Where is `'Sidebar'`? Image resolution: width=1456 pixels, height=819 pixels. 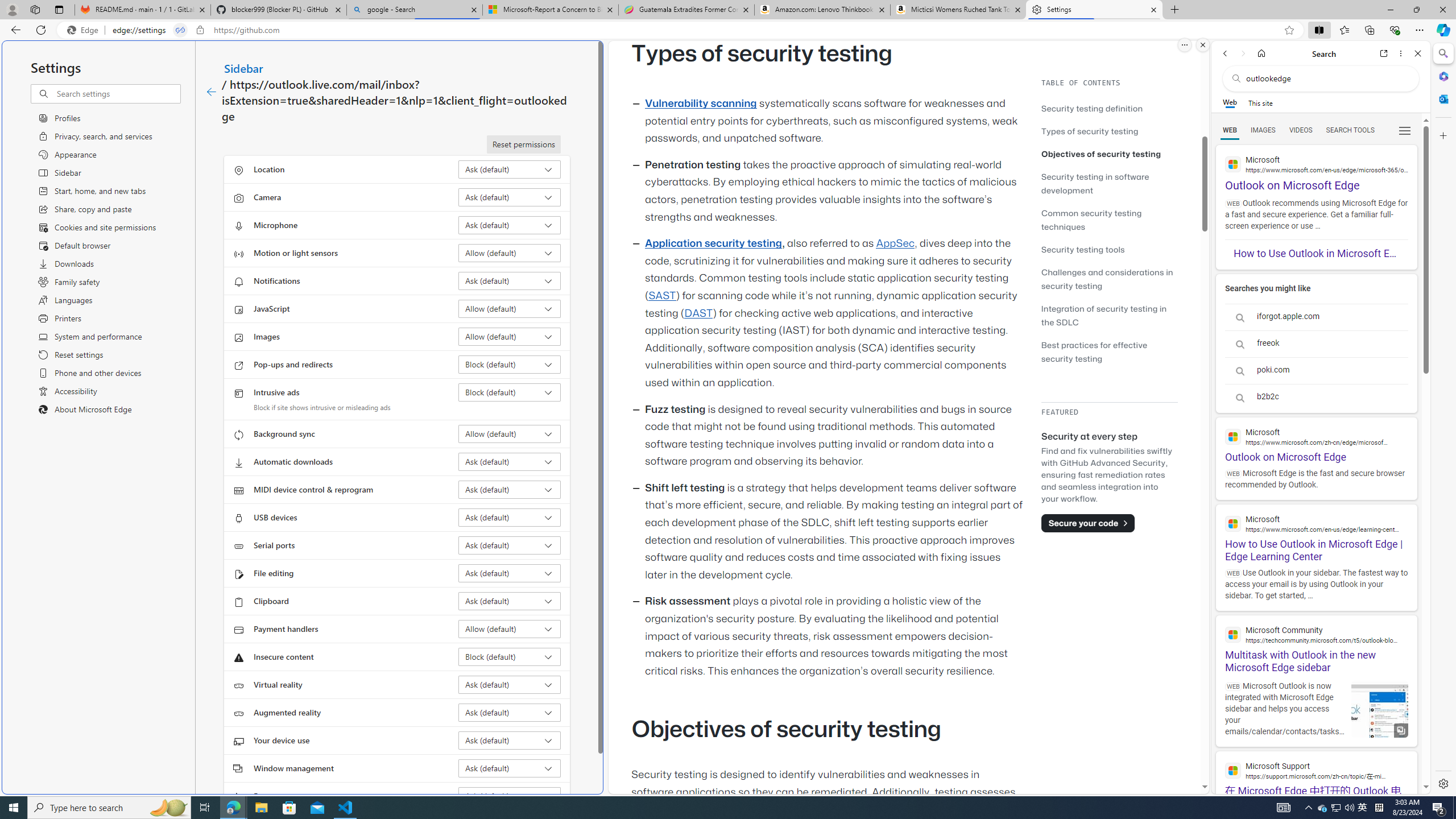 'Sidebar' is located at coordinates (243, 67).